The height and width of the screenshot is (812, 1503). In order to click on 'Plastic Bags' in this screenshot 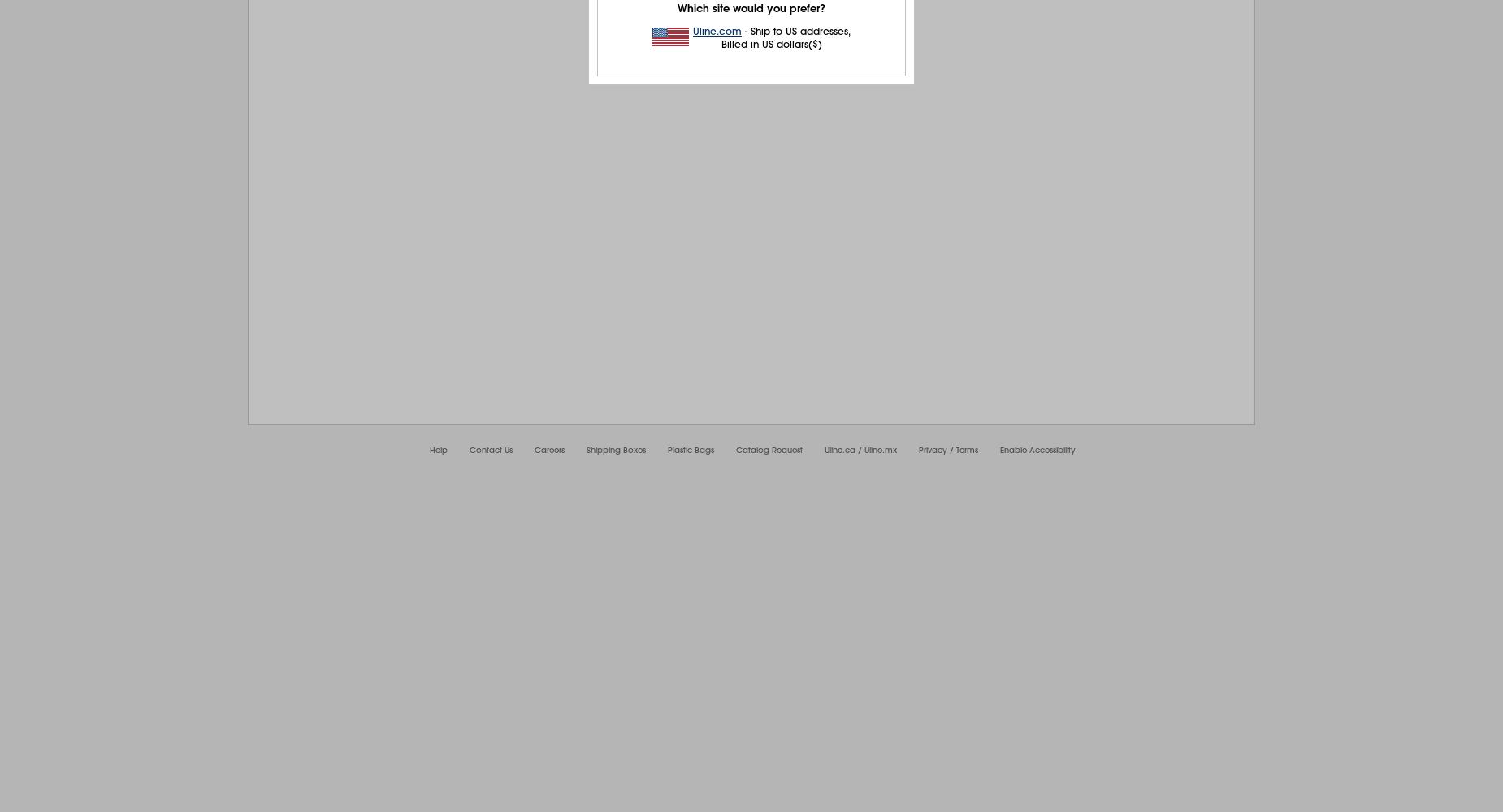, I will do `click(691, 450)`.